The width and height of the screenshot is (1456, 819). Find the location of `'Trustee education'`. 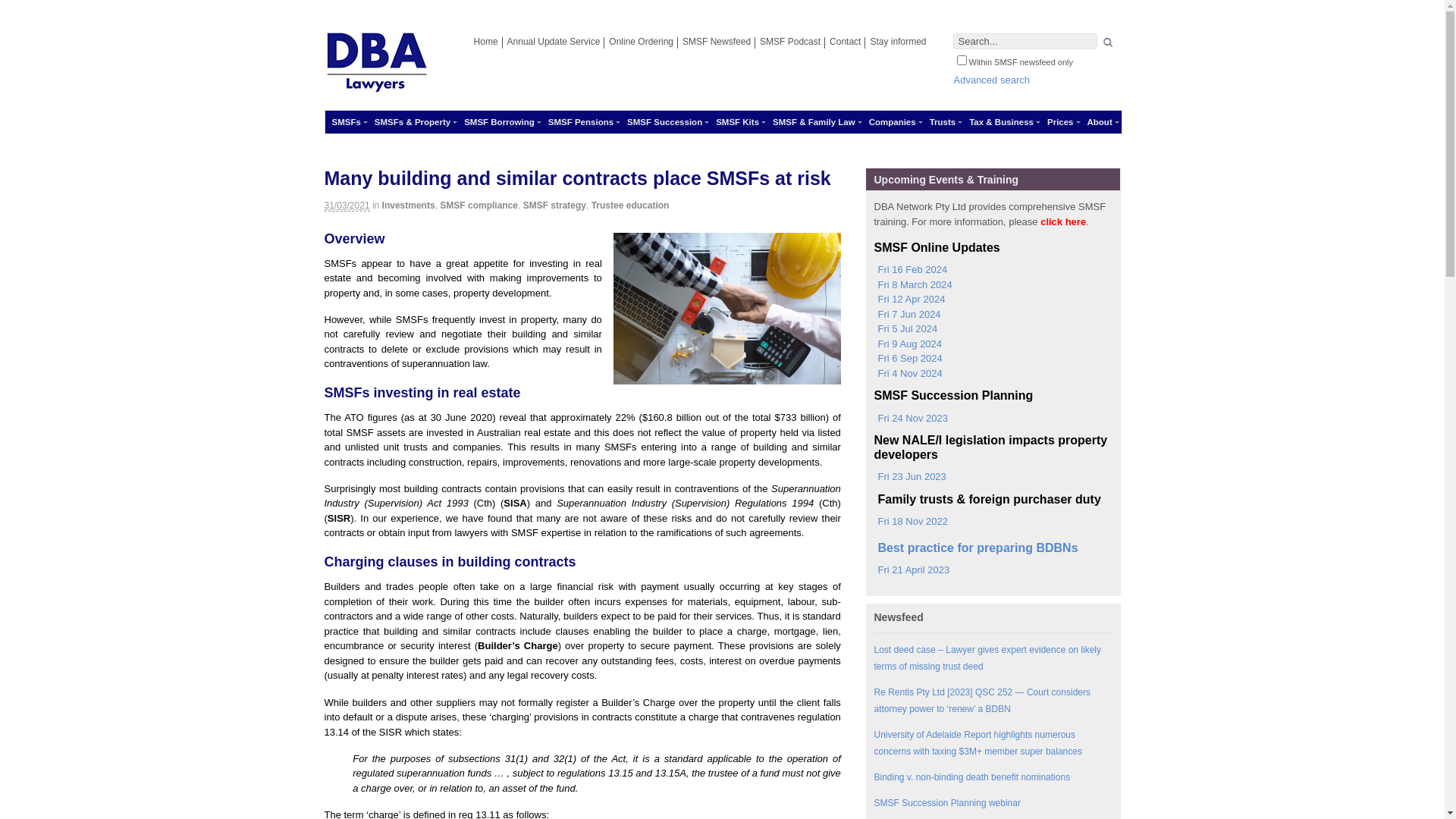

'Trustee education' is located at coordinates (630, 205).